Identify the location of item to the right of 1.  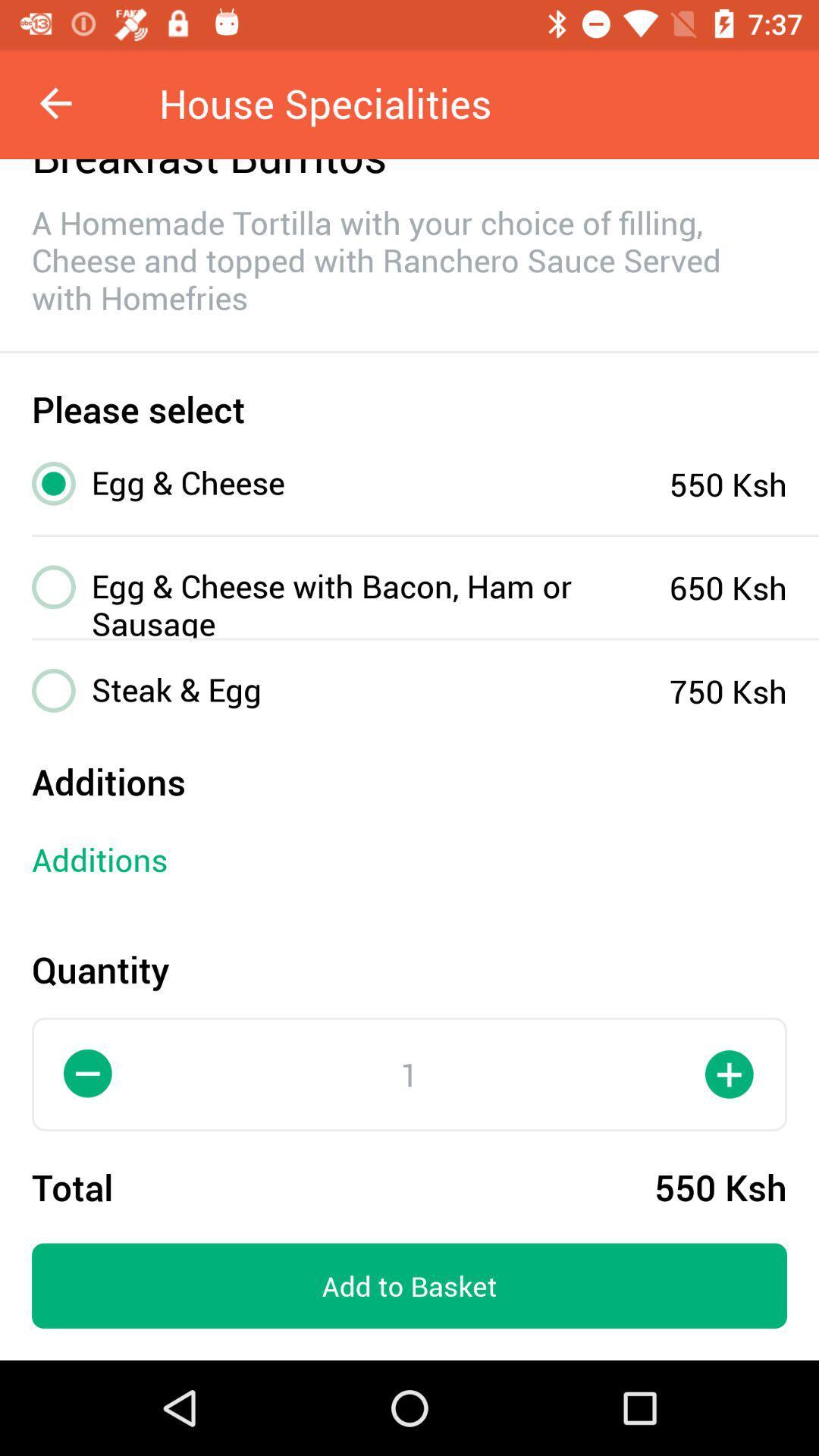
(730, 1073).